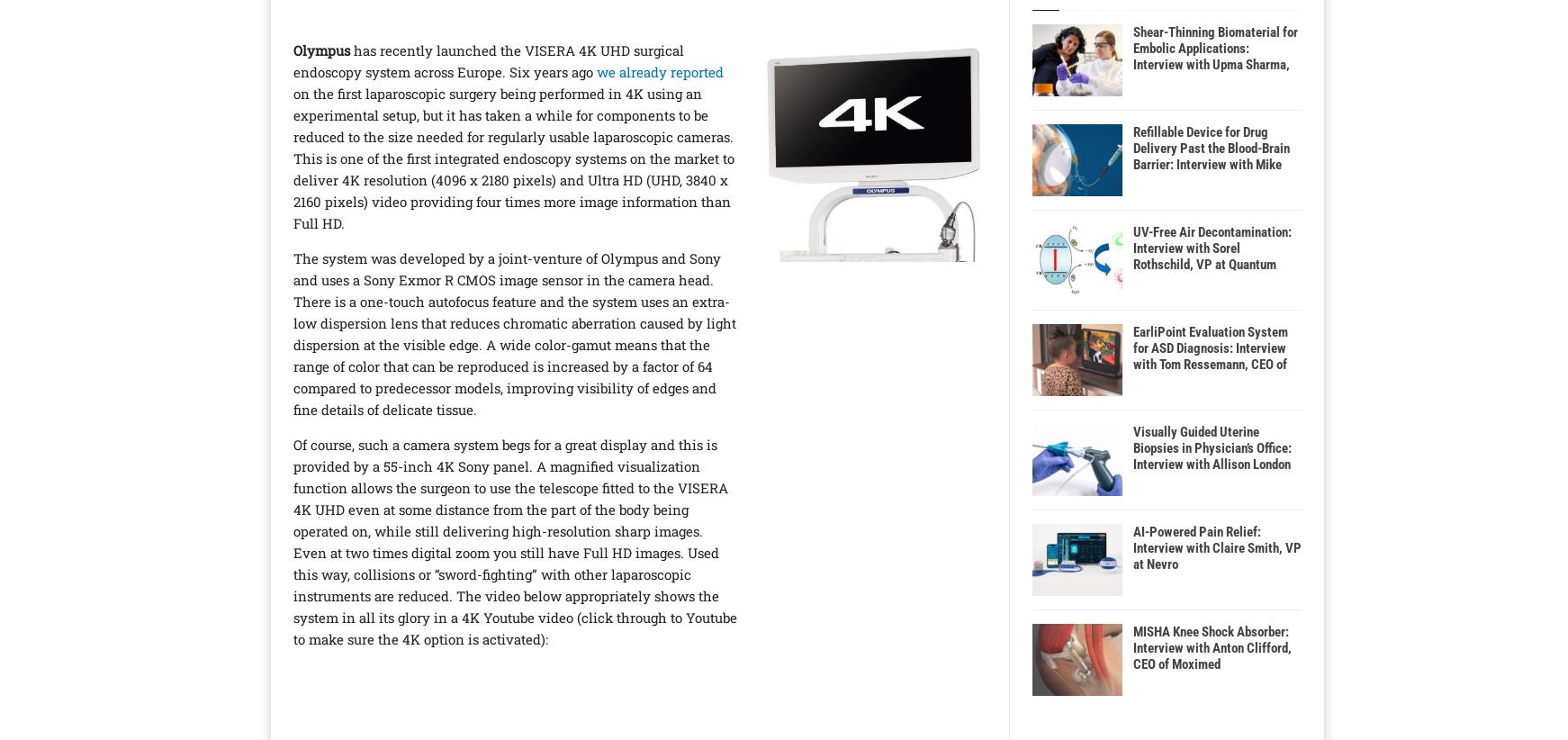 The height and width of the screenshot is (740, 1568). I want to click on 'EarliPoint Evaluation System for ASD Diagnosis: Interview with Tom Ressemann, CEO of EarliTec Dx', so click(1210, 356).